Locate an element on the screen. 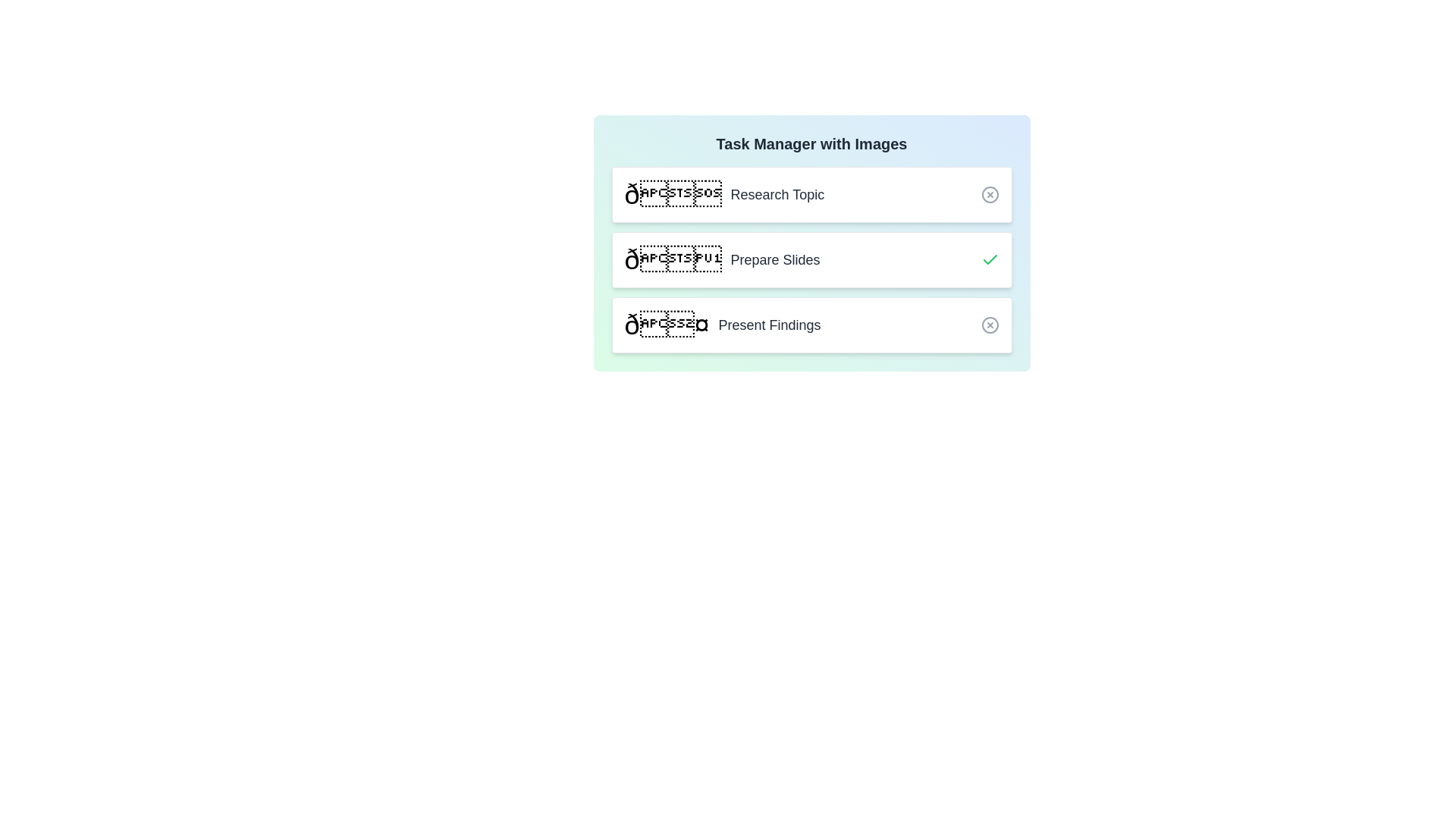 The height and width of the screenshot is (819, 1456). the image of the task titled Present Findings is located at coordinates (667, 324).